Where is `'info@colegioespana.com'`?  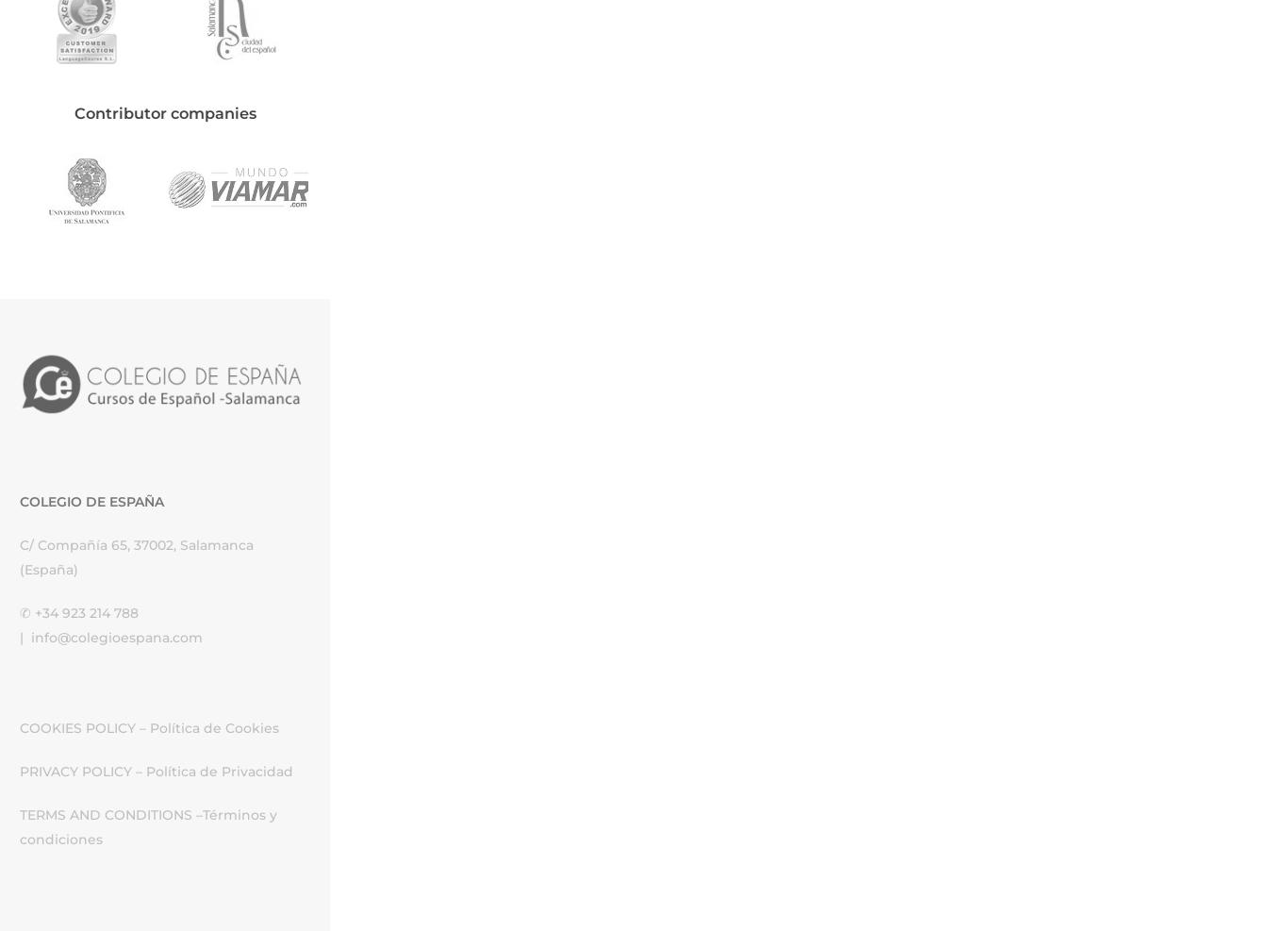 'info@colegioespana.com' is located at coordinates (116, 637).